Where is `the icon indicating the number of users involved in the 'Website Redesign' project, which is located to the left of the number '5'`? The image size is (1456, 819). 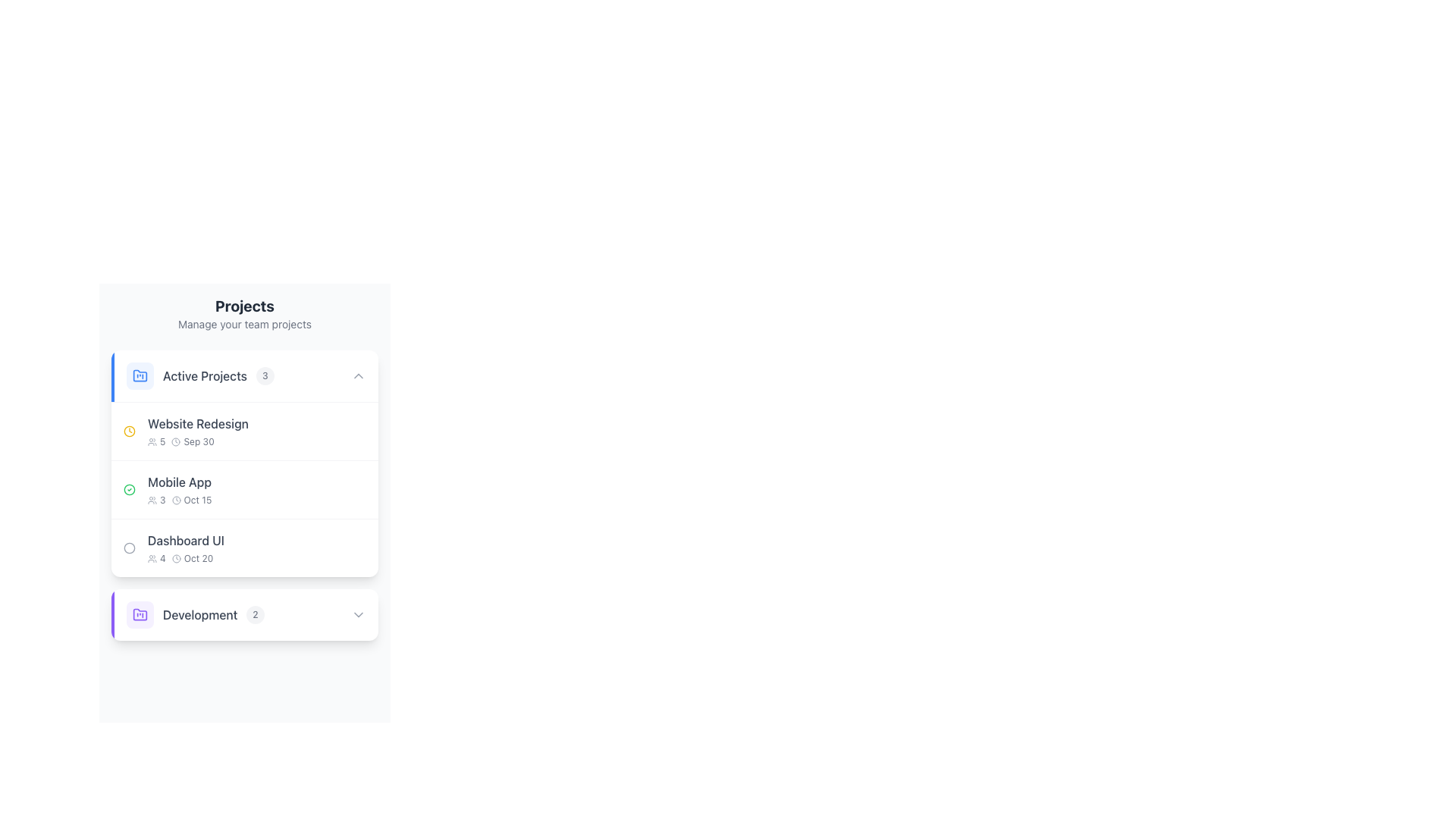 the icon indicating the number of users involved in the 'Website Redesign' project, which is located to the left of the number '5' is located at coordinates (152, 441).